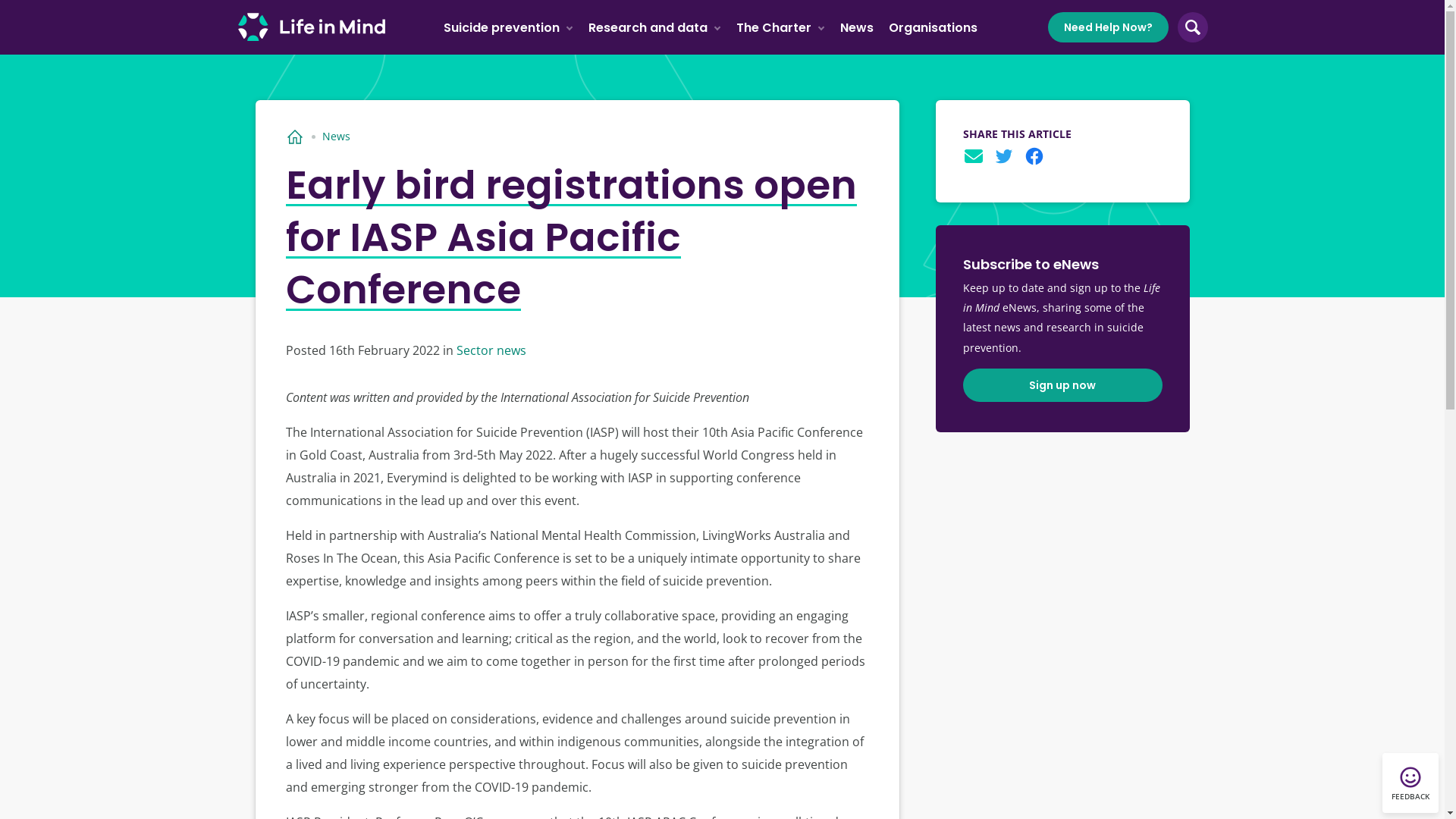 Image resolution: width=1456 pixels, height=819 pixels. I want to click on 'Email this page to a friend', so click(973, 155).